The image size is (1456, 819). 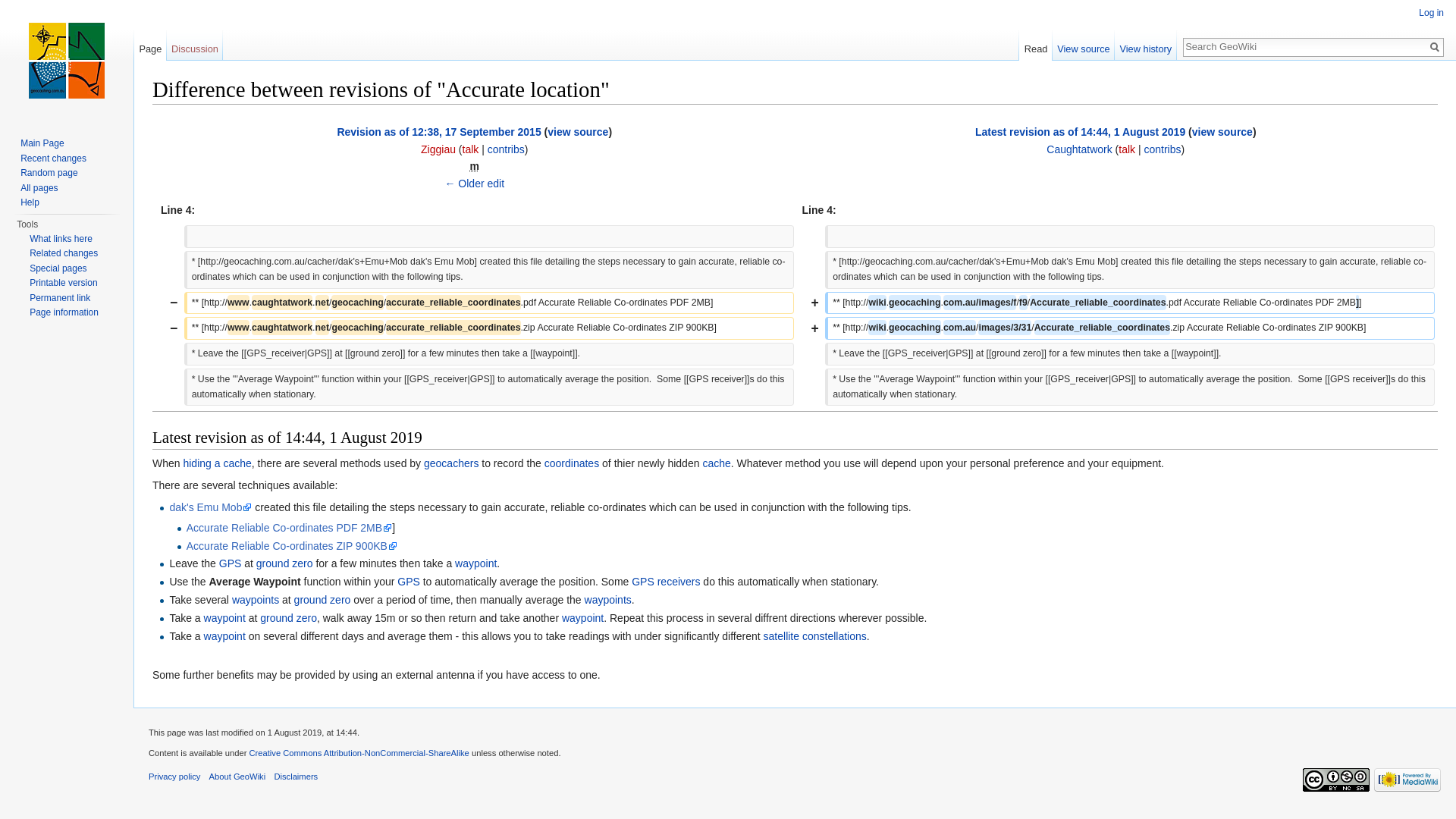 I want to click on 'geocachers', so click(x=450, y=462).